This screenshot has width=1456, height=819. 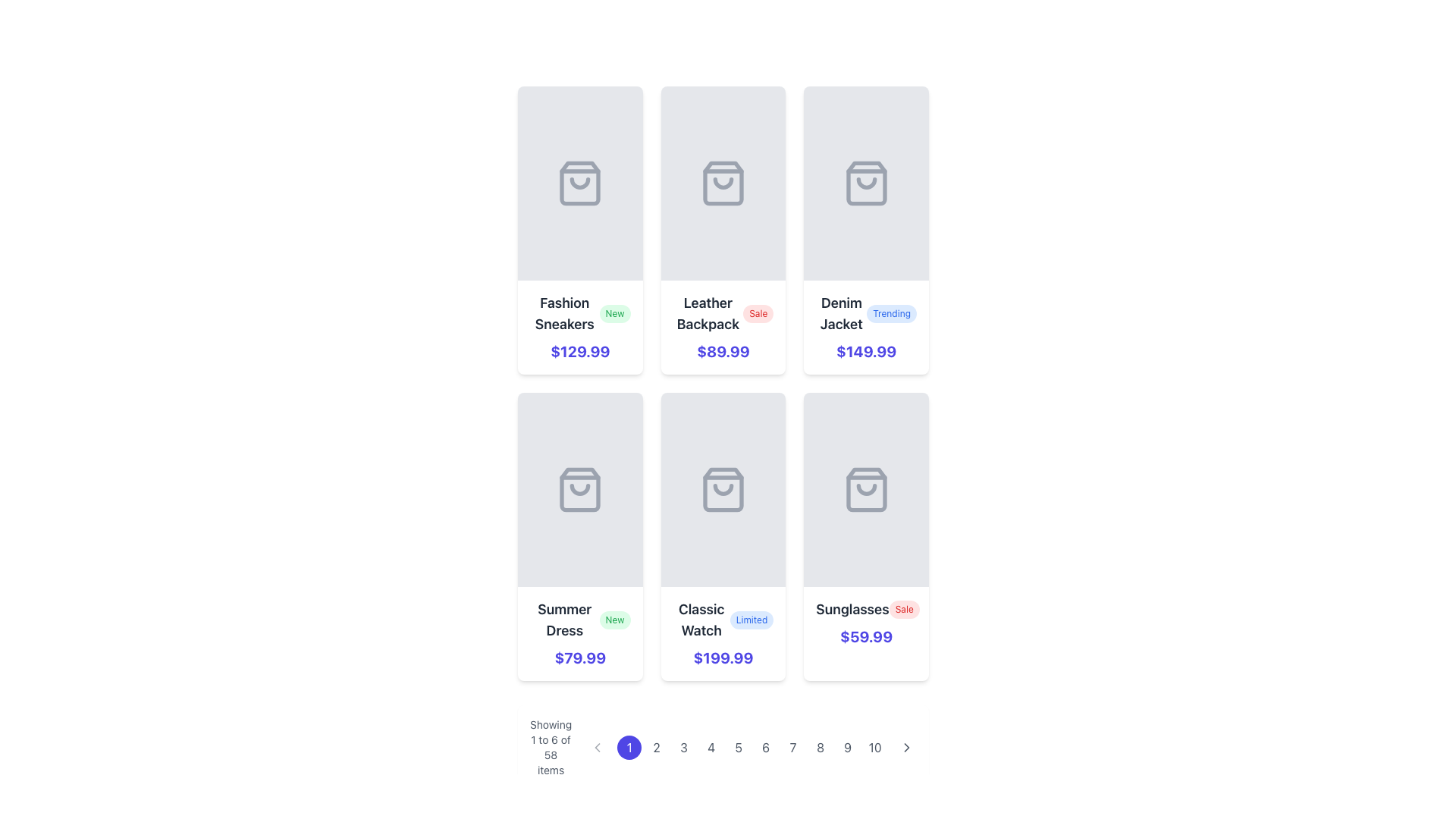 I want to click on the 'Summer Dress' product card located in the second row, first column of the grid layout, so click(x=579, y=536).